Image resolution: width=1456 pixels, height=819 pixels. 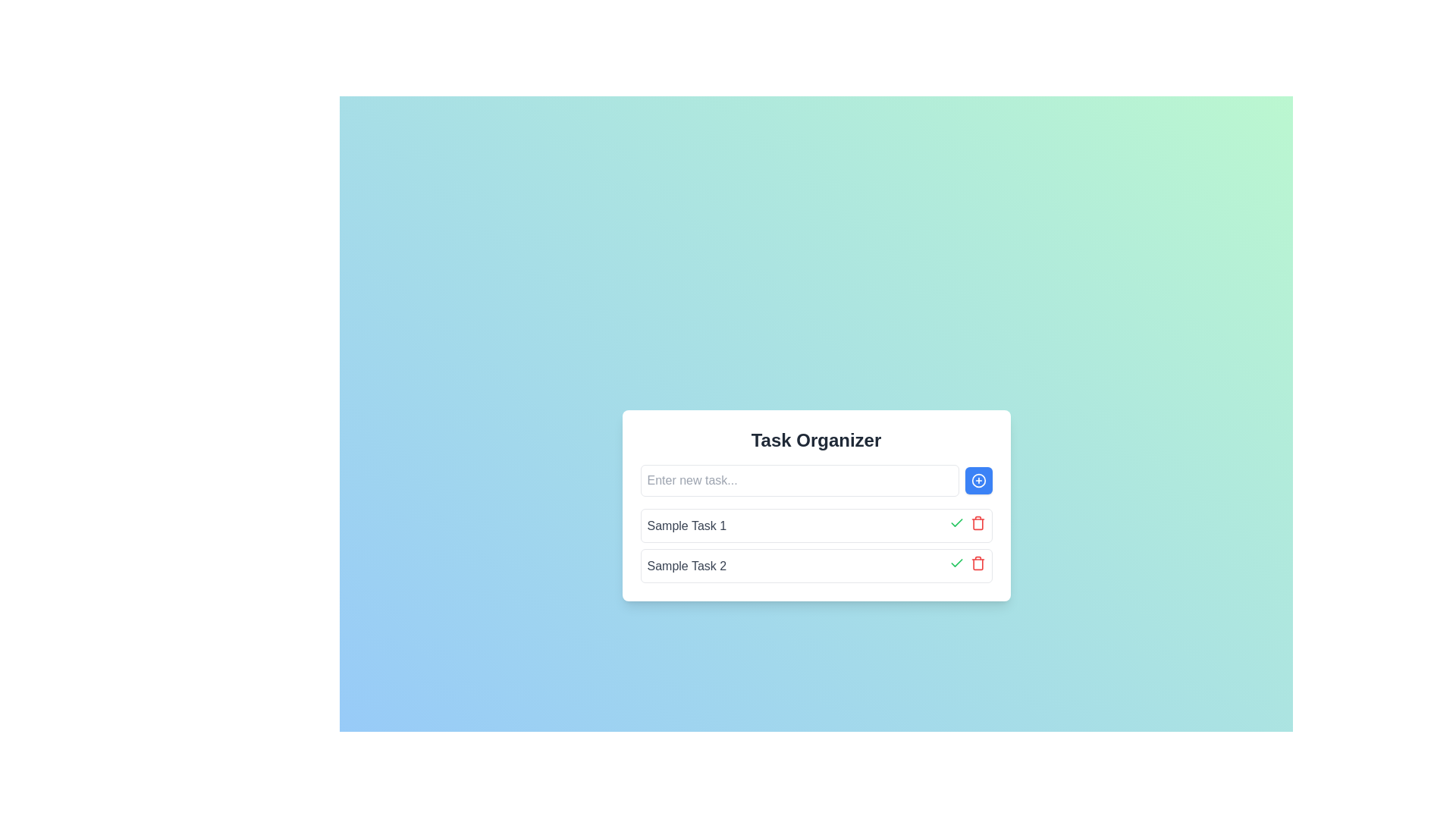 I want to click on the small green check icon located to the right of the second task item, so click(x=955, y=563).